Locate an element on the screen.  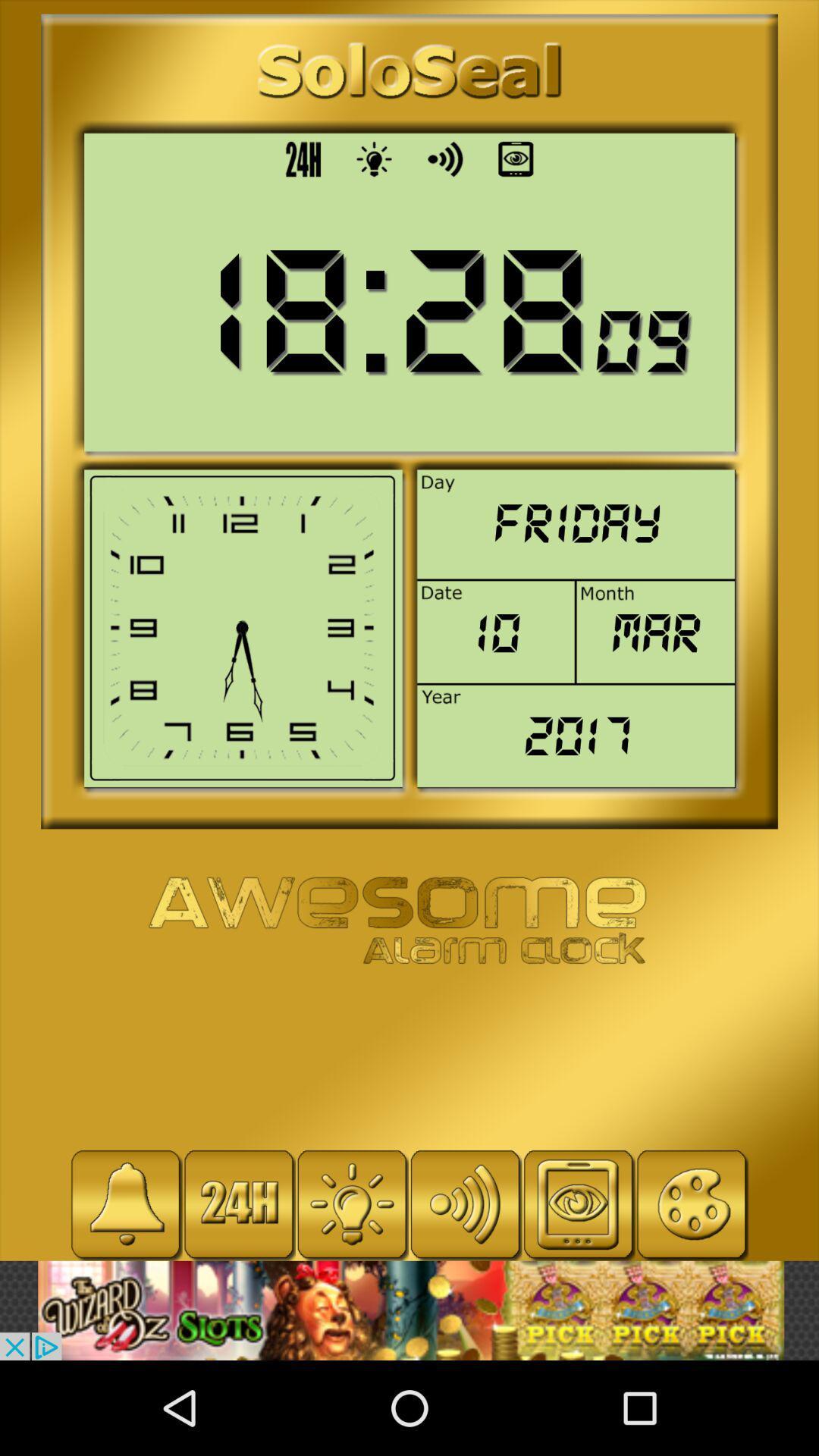
visit wifi is located at coordinates (464, 1203).